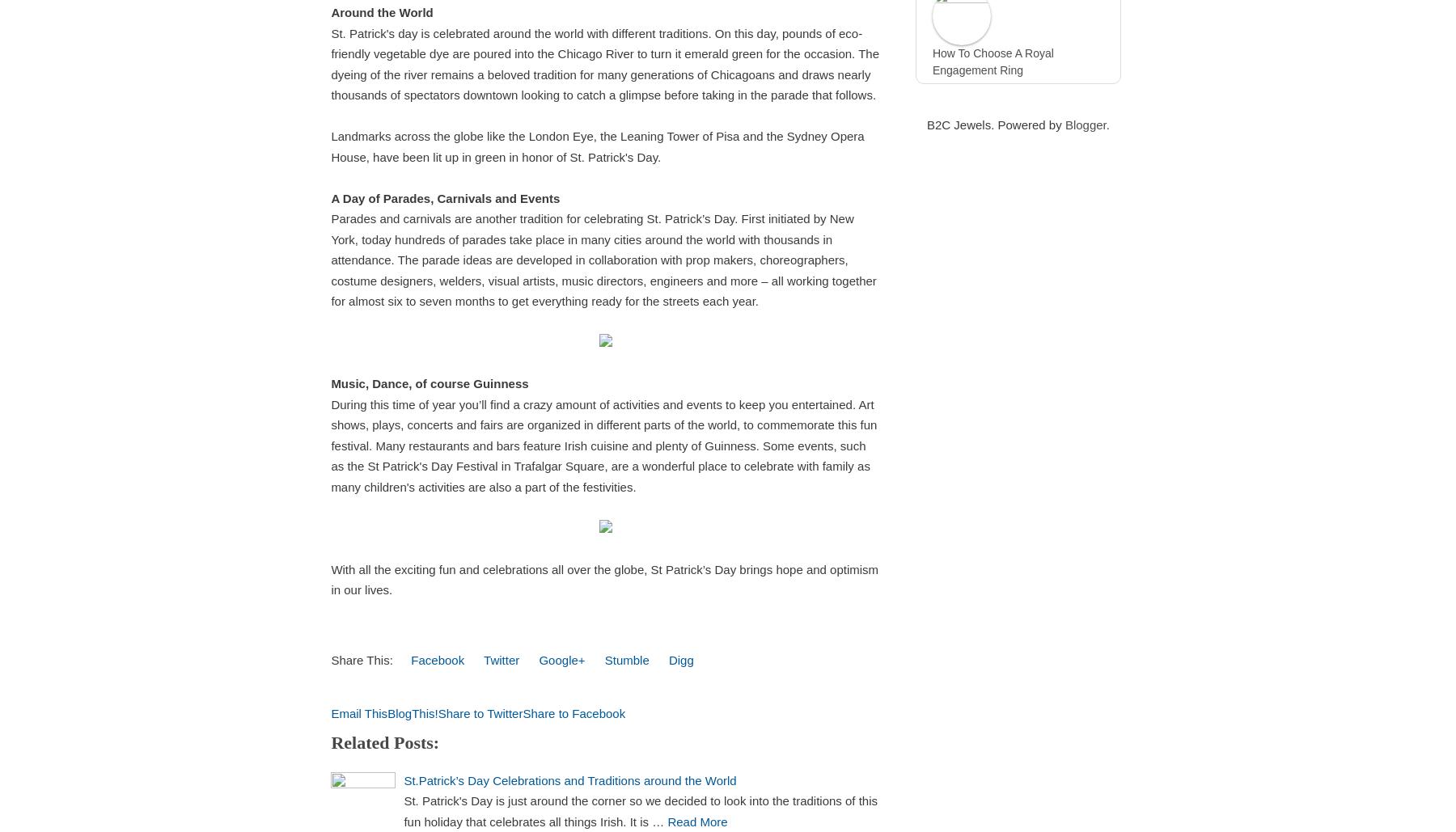 The image size is (1456, 832). I want to click on 'Share to Twitter', so click(480, 712).